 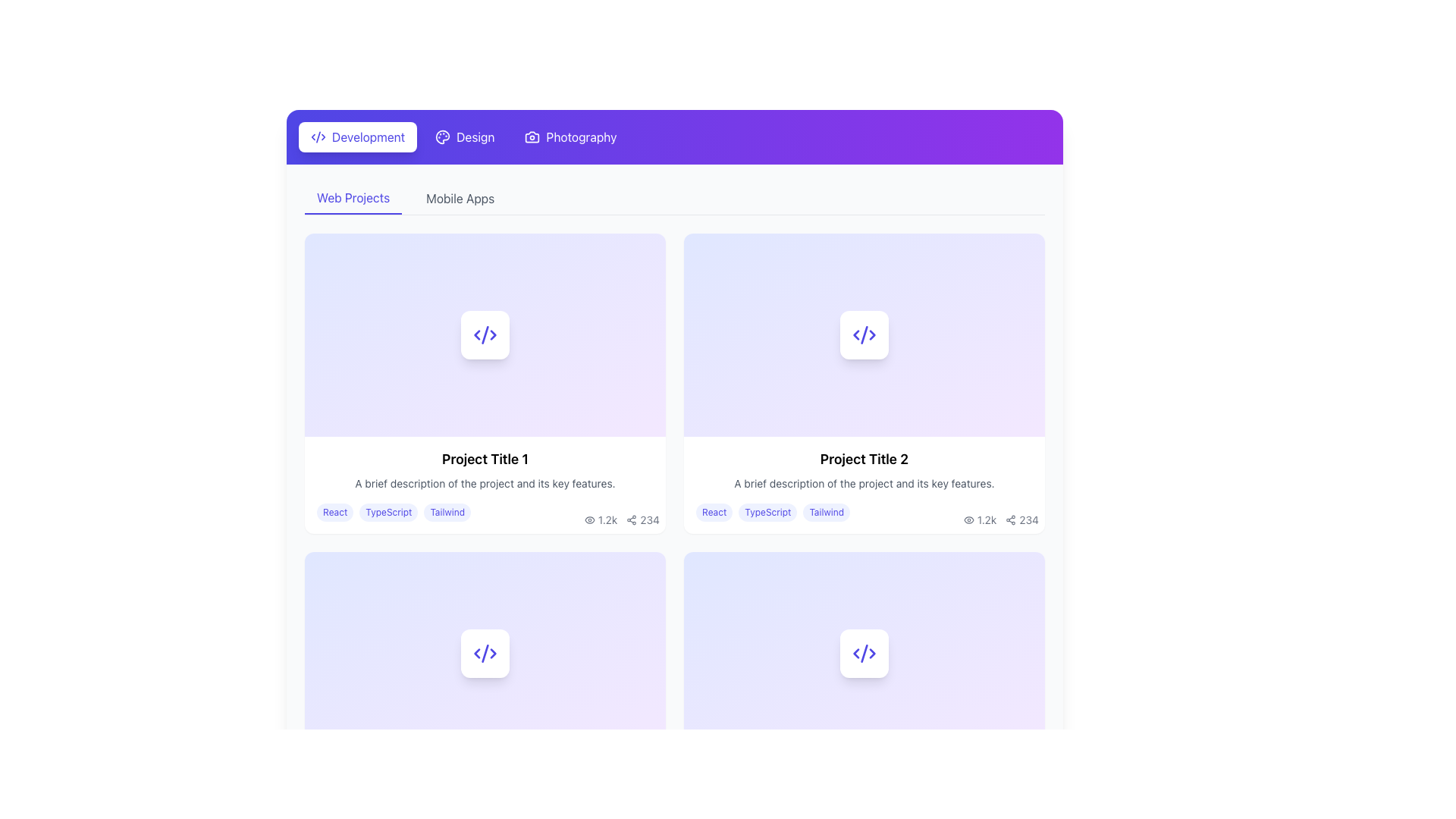 I want to click on badge labeled 'Tailwind', which is a small badge with a light indigo background and dark indigo text, positioned as the third item in a horizontal list below 'Project Title 2.', so click(x=826, y=512).